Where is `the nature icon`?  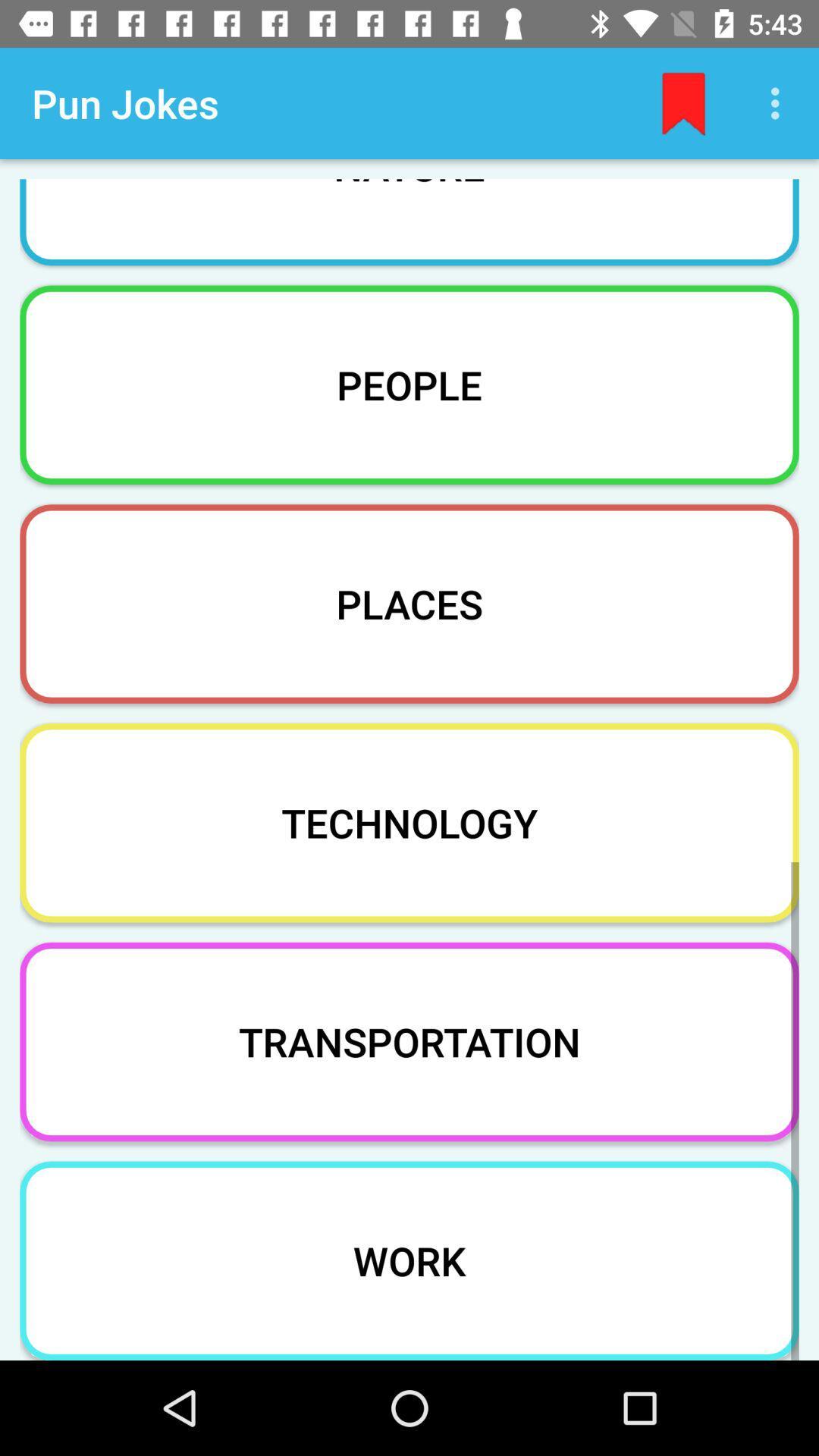 the nature icon is located at coordinates (409, 212).